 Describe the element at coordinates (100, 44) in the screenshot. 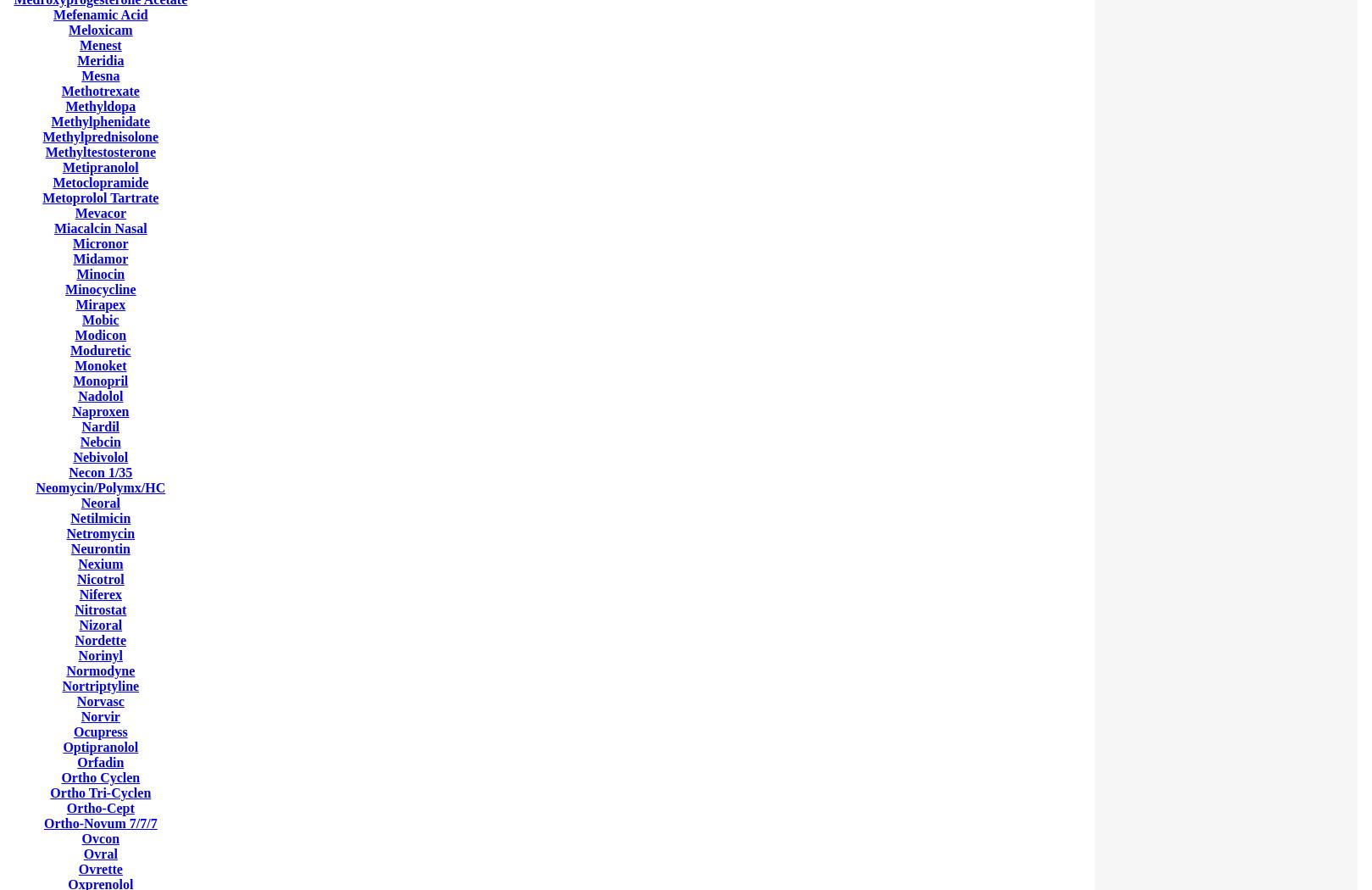

I see `'Menest'` at that location.